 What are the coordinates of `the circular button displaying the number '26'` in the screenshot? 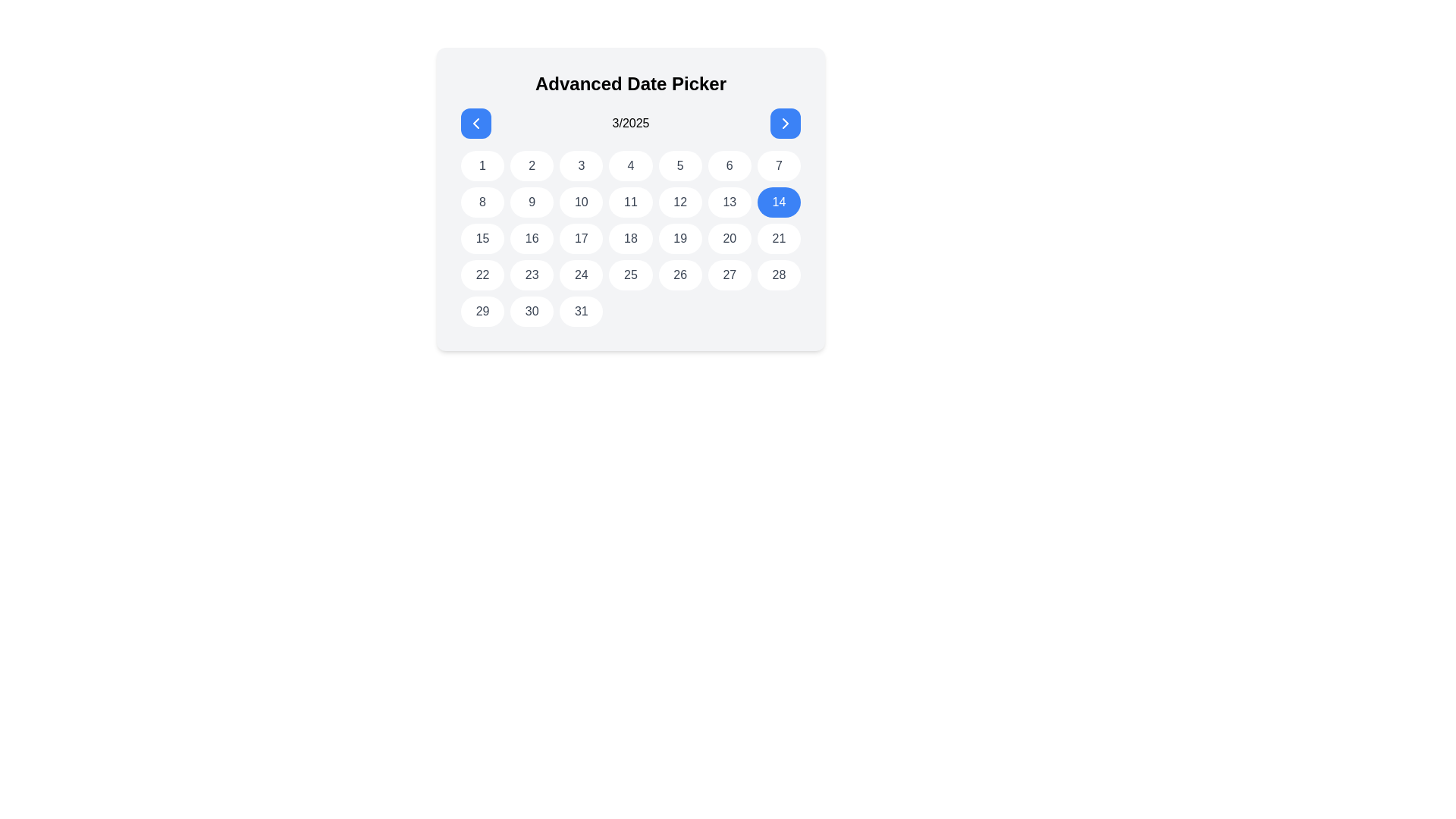 It's located at (679, 275).